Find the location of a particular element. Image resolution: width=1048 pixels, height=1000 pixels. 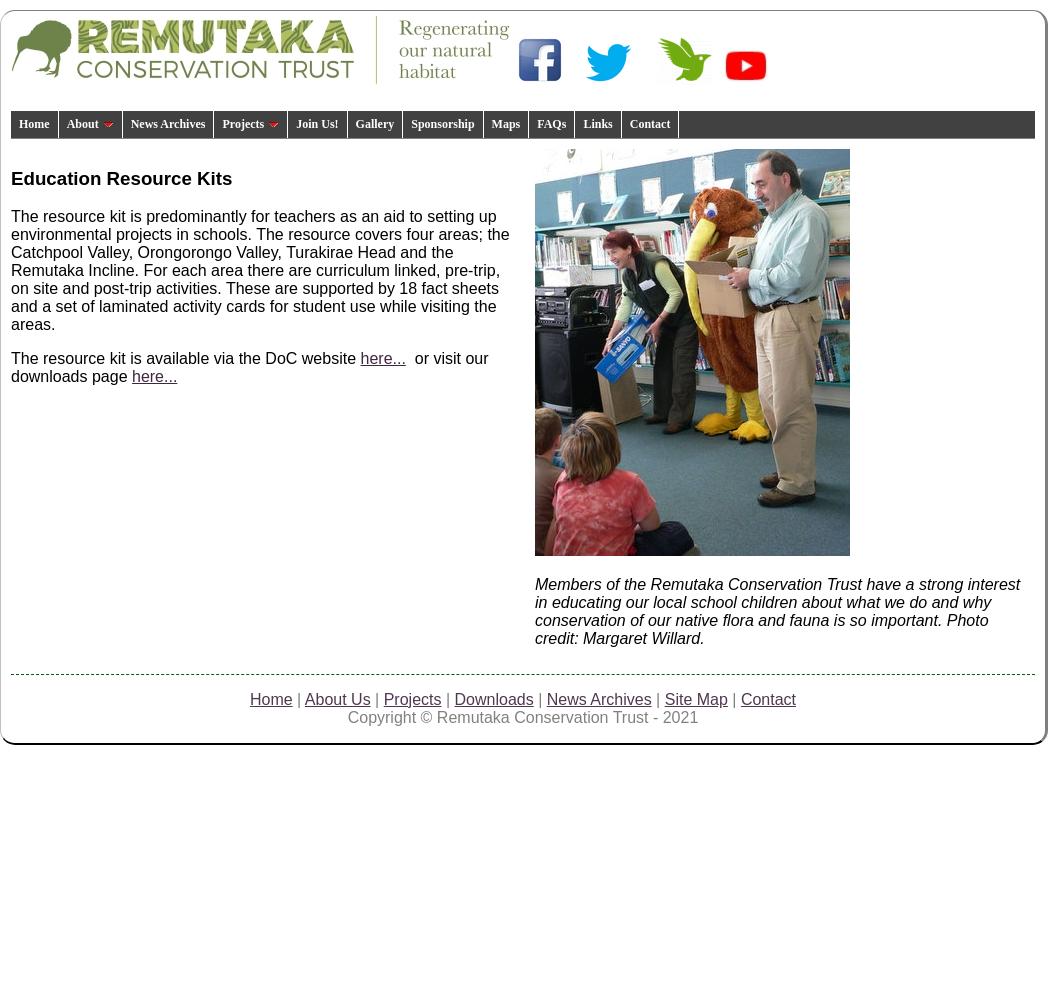

'Site Map' is located at coordinates (664, 698).